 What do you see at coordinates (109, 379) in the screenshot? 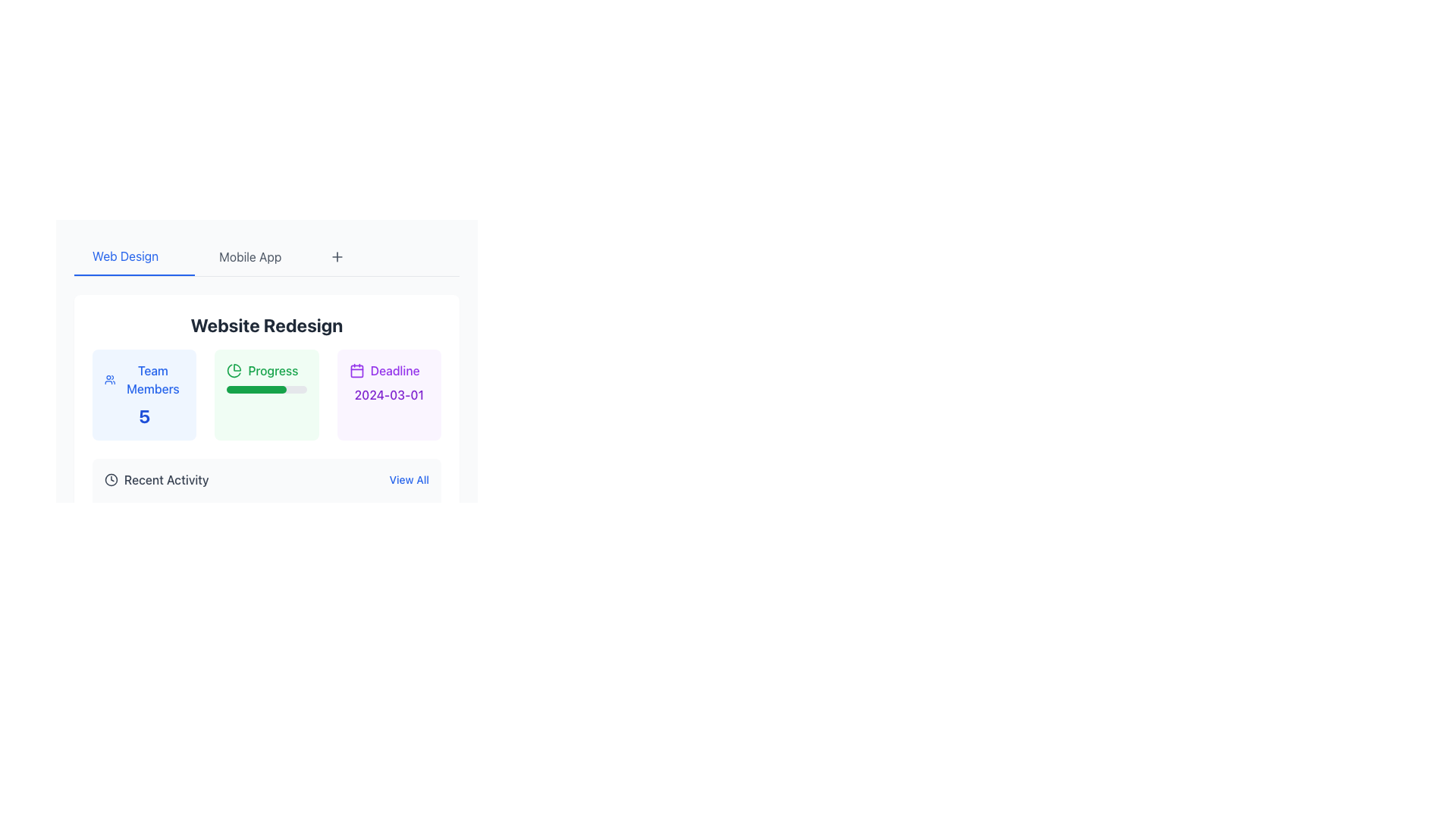
I see `the blue line art SVG icon representing a group of people located to the left of the 'Team Members 5' text in the 'Team Members' section` at bounding box center [109, 379].